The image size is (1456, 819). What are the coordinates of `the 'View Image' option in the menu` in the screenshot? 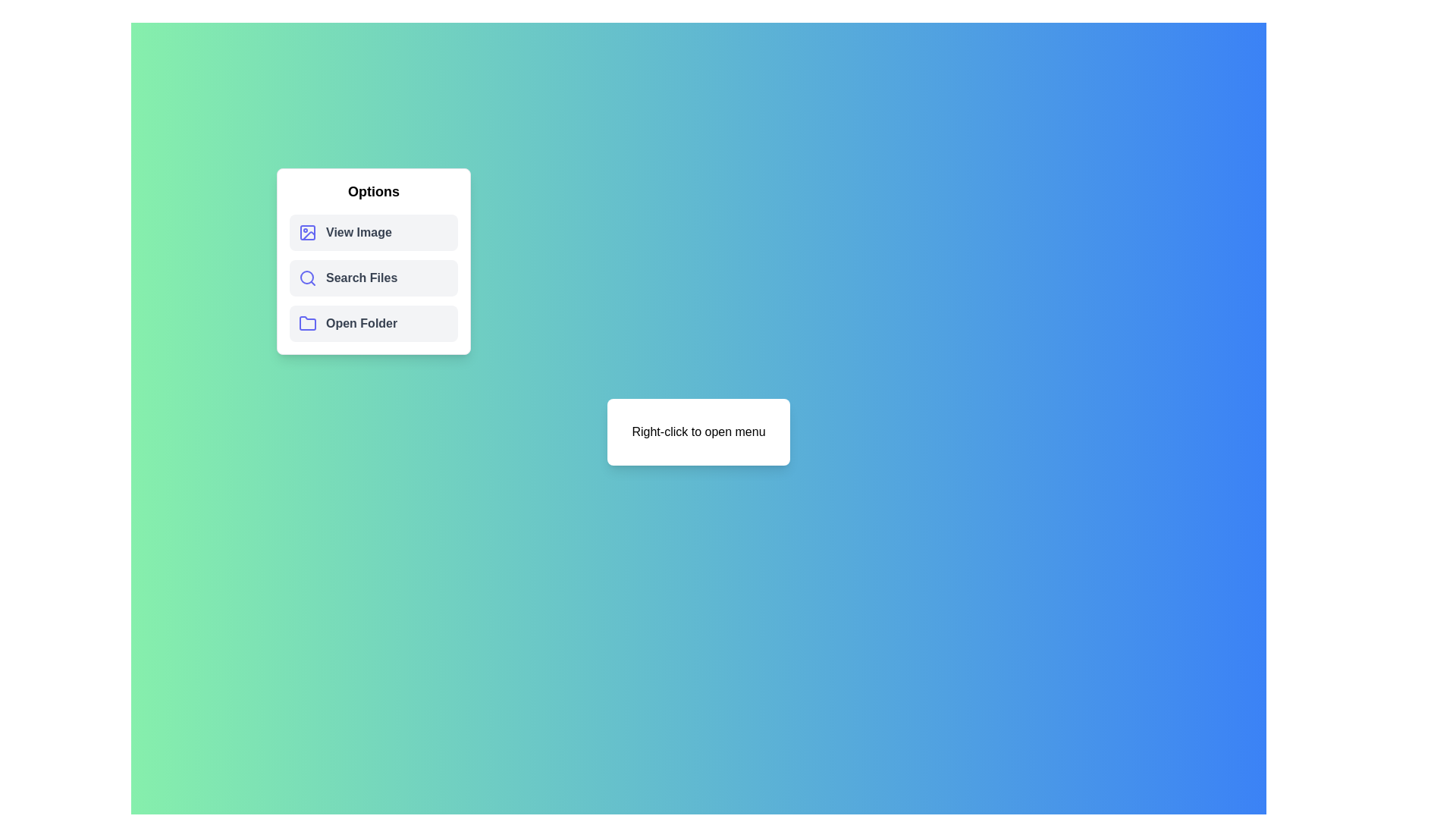 It's located at (374, 233).